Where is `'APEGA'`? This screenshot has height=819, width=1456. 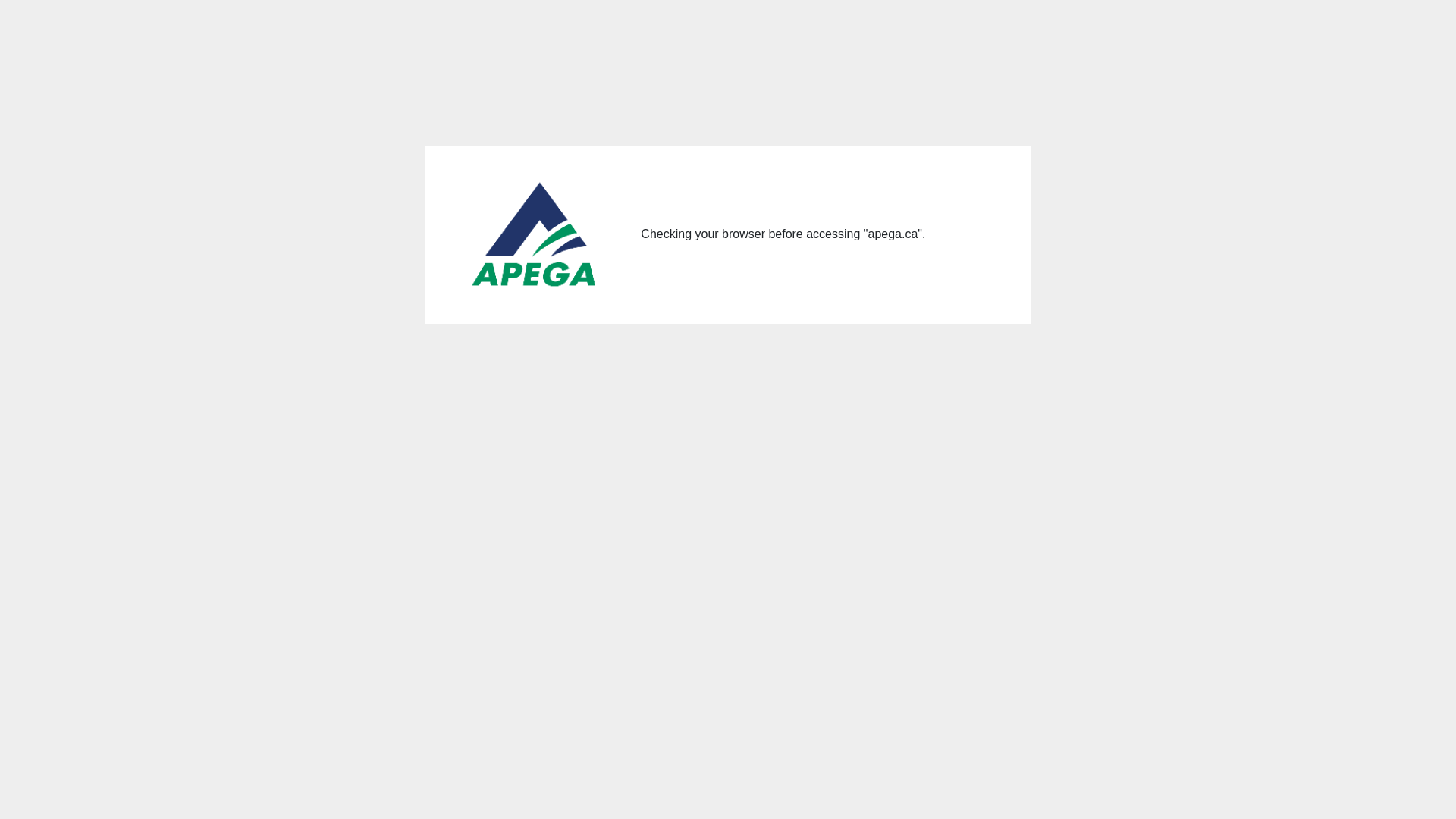
'APEGA' is located at coordinates (535, 234).